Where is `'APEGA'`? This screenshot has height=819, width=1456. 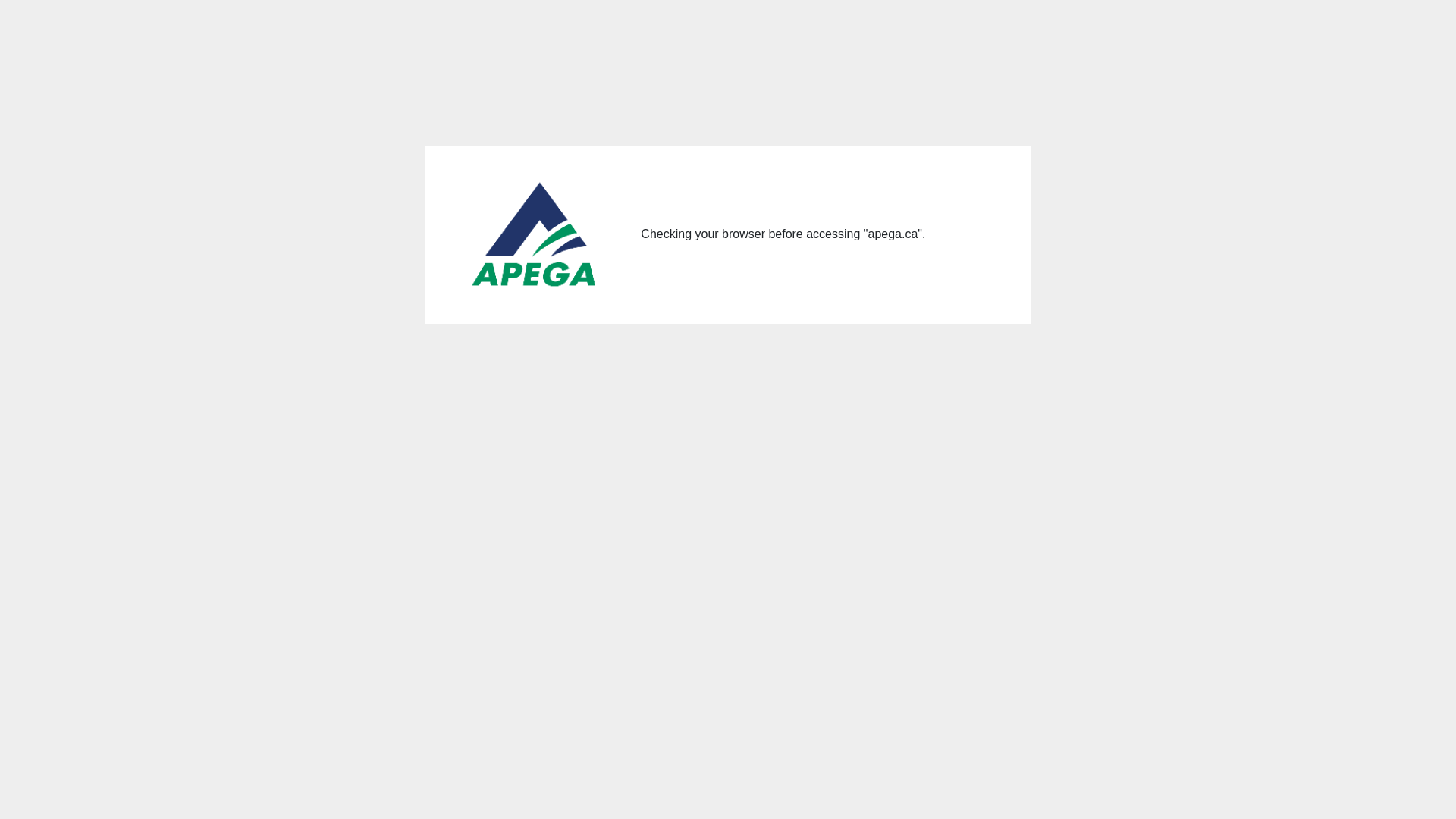
'APEGA' is located at coordinates (535, 234).